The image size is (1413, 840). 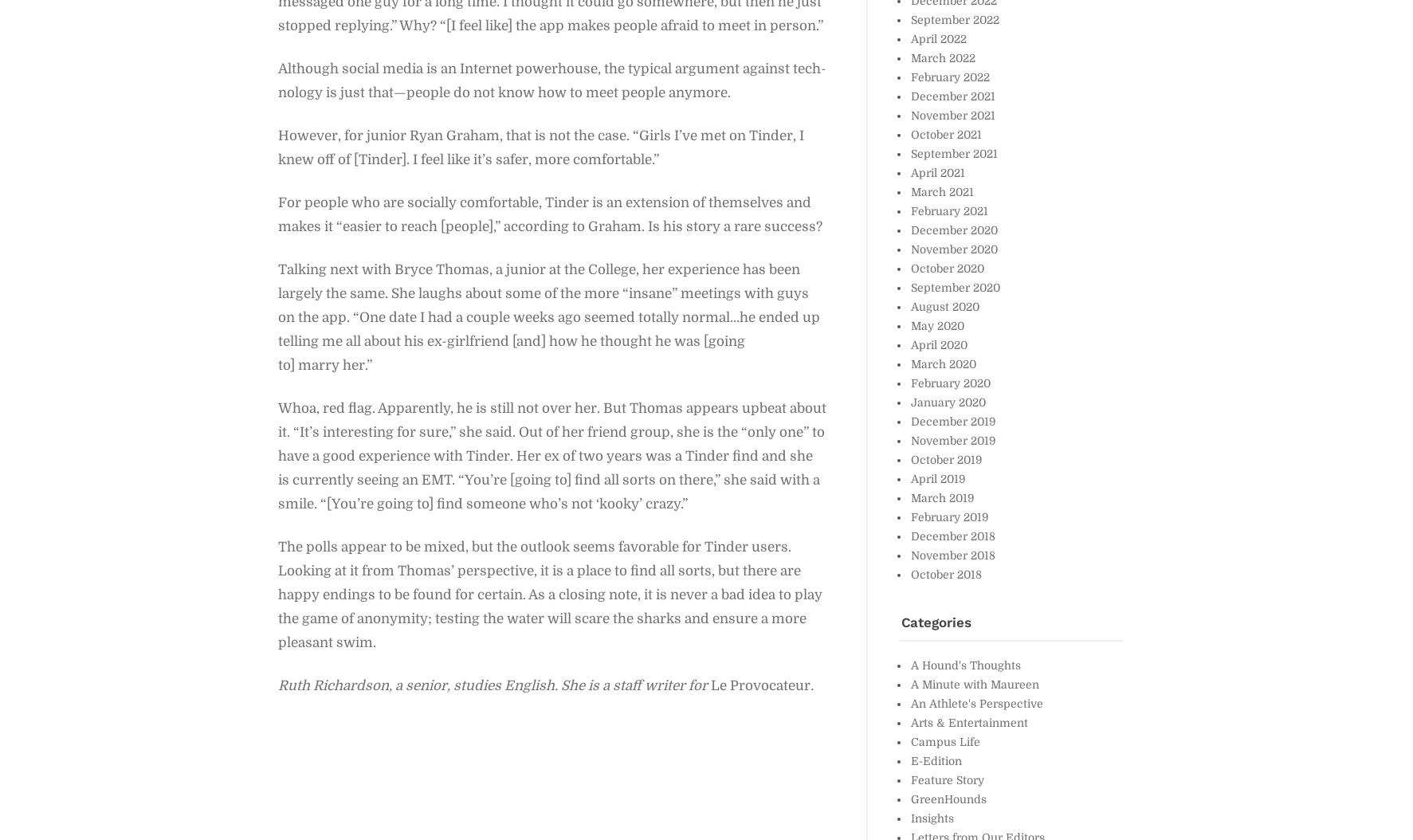 What do you see at coordinates (931, 816) in the screenshot?
I see `'In­sights'` at bounding box center [931, 816].